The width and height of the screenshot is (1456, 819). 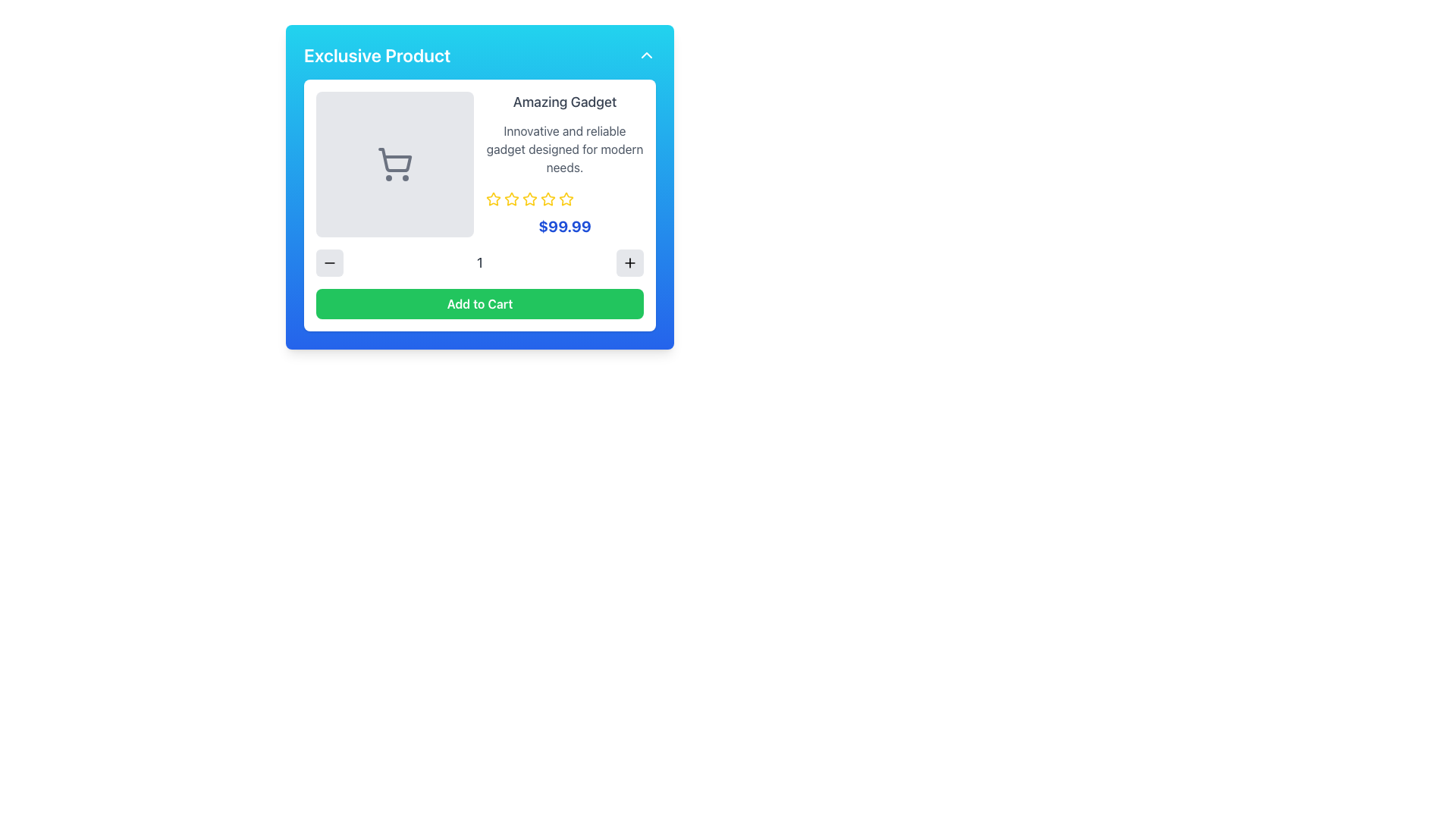 What do you see at coordinates (479, 262) in the screenshot?
I see `the Text Label element displaying the number '1', which is centrally located at the bottom part of a product card, between a decrement button and an increment button` at bounding box center [479, 262].